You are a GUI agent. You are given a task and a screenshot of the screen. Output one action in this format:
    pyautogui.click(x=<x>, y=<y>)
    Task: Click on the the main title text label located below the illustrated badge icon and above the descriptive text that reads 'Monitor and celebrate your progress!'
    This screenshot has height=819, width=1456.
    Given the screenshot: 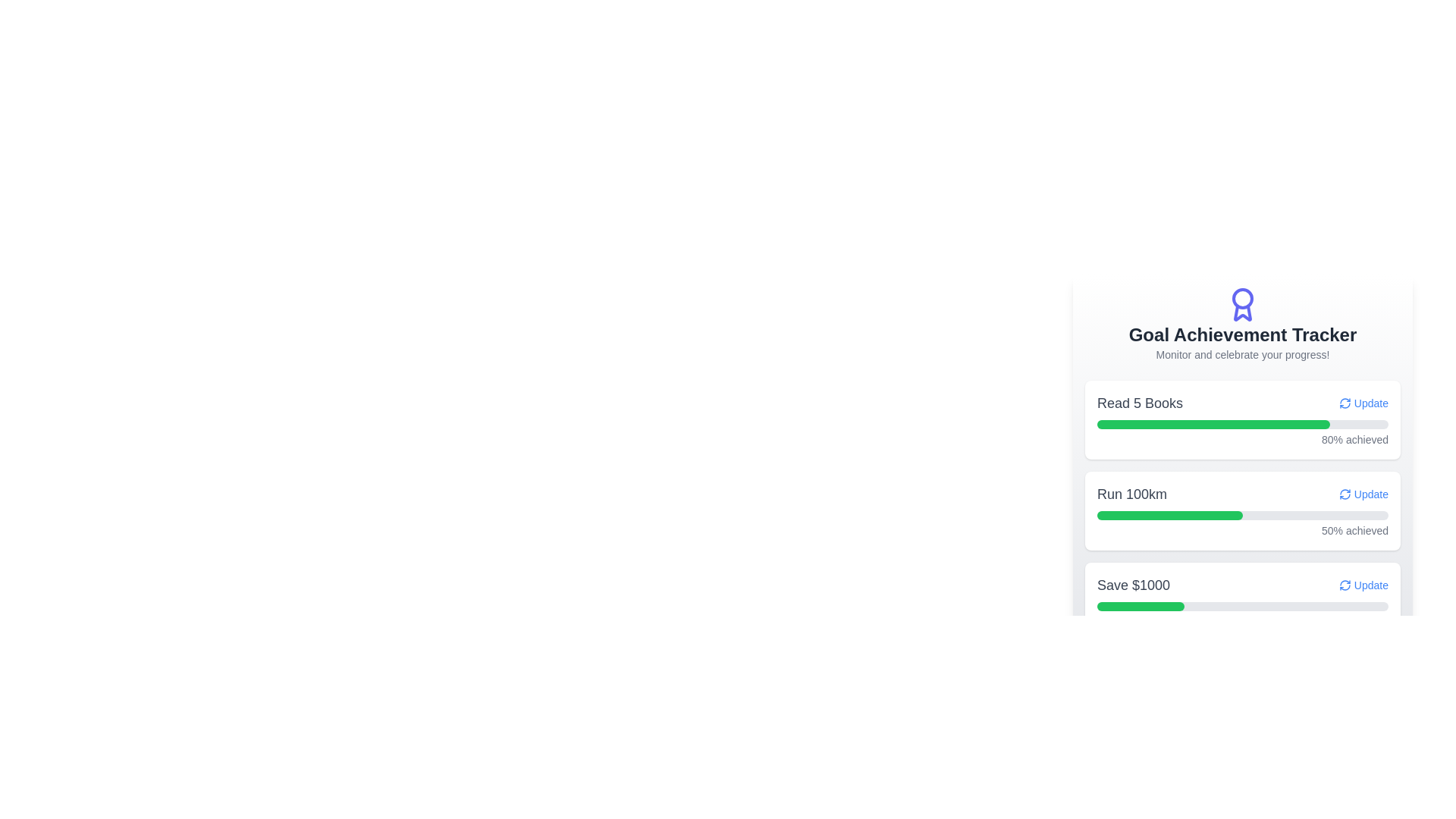 What is the action you would take?
    pyautogui.click(x=1242, y=334)
    